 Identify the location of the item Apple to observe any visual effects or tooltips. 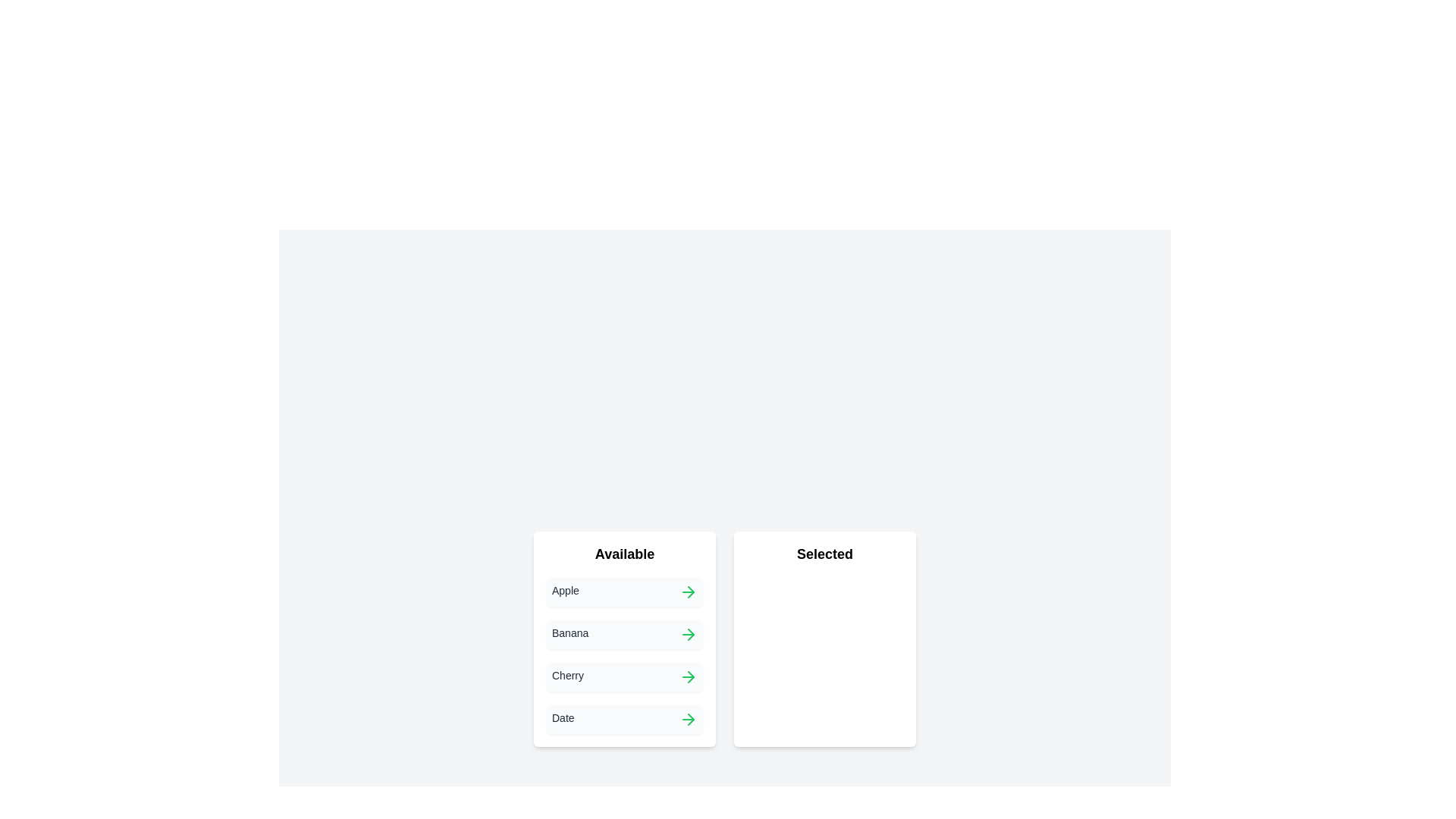
(625, 591).